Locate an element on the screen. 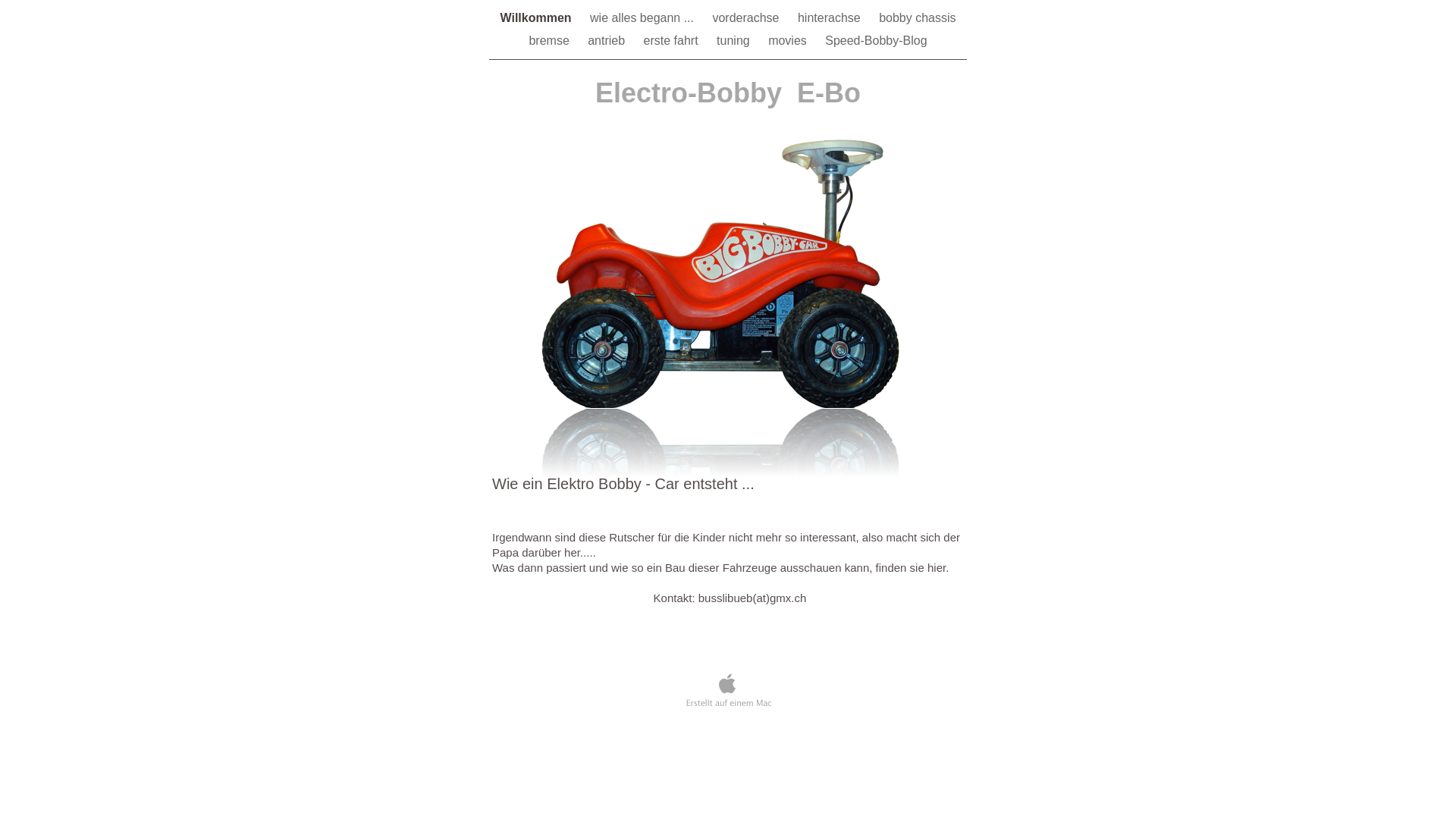 This screenshot has width=1456, height=819. 'movies' is located at coordinates (789, 39).